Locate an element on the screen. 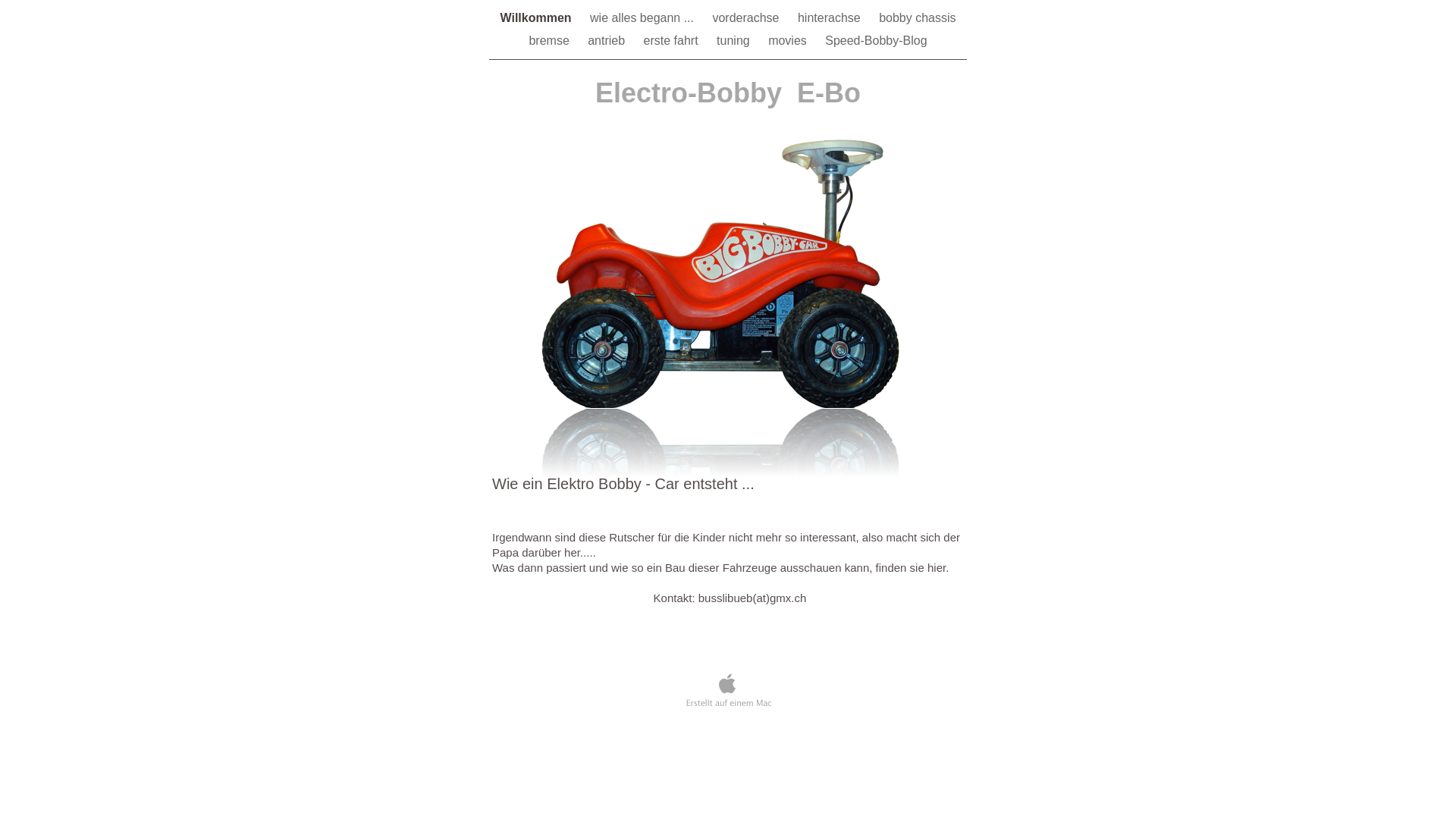 This screenshot has width=1456, height=819. 'movies' is located at coordinates (789, 39).